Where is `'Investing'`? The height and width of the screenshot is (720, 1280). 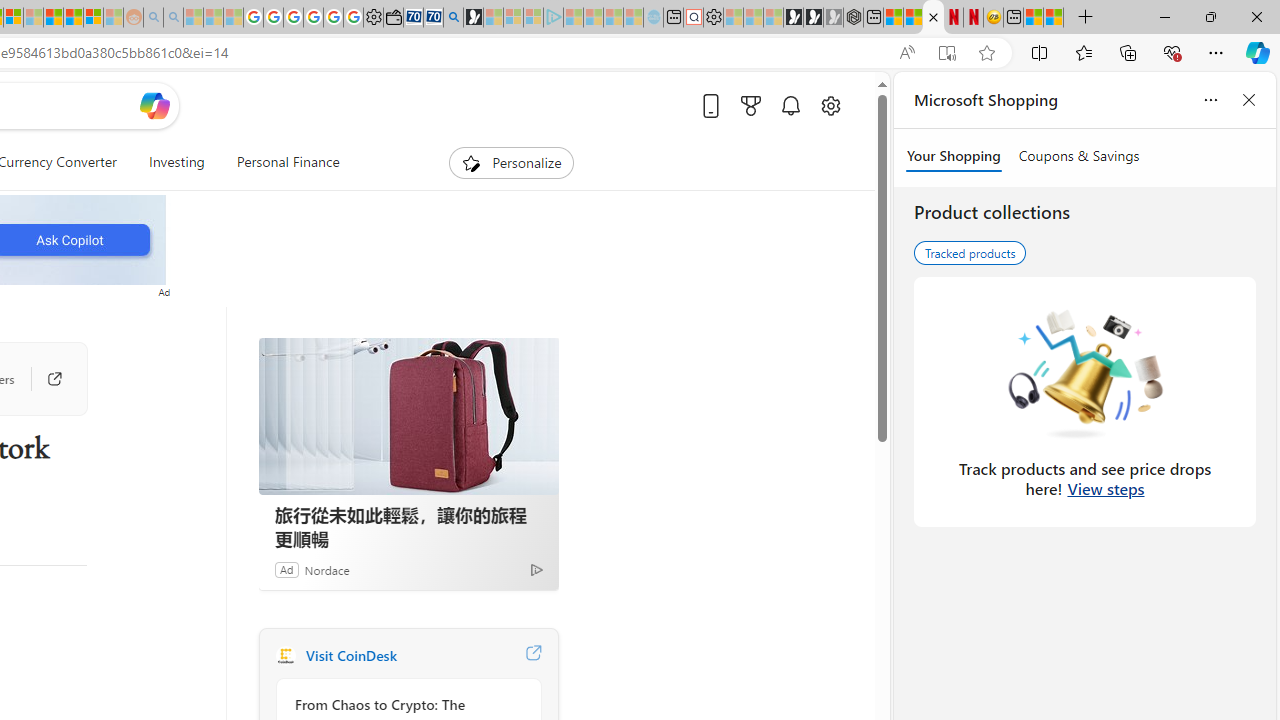 'Investing' is located at coordinates (176, 162).